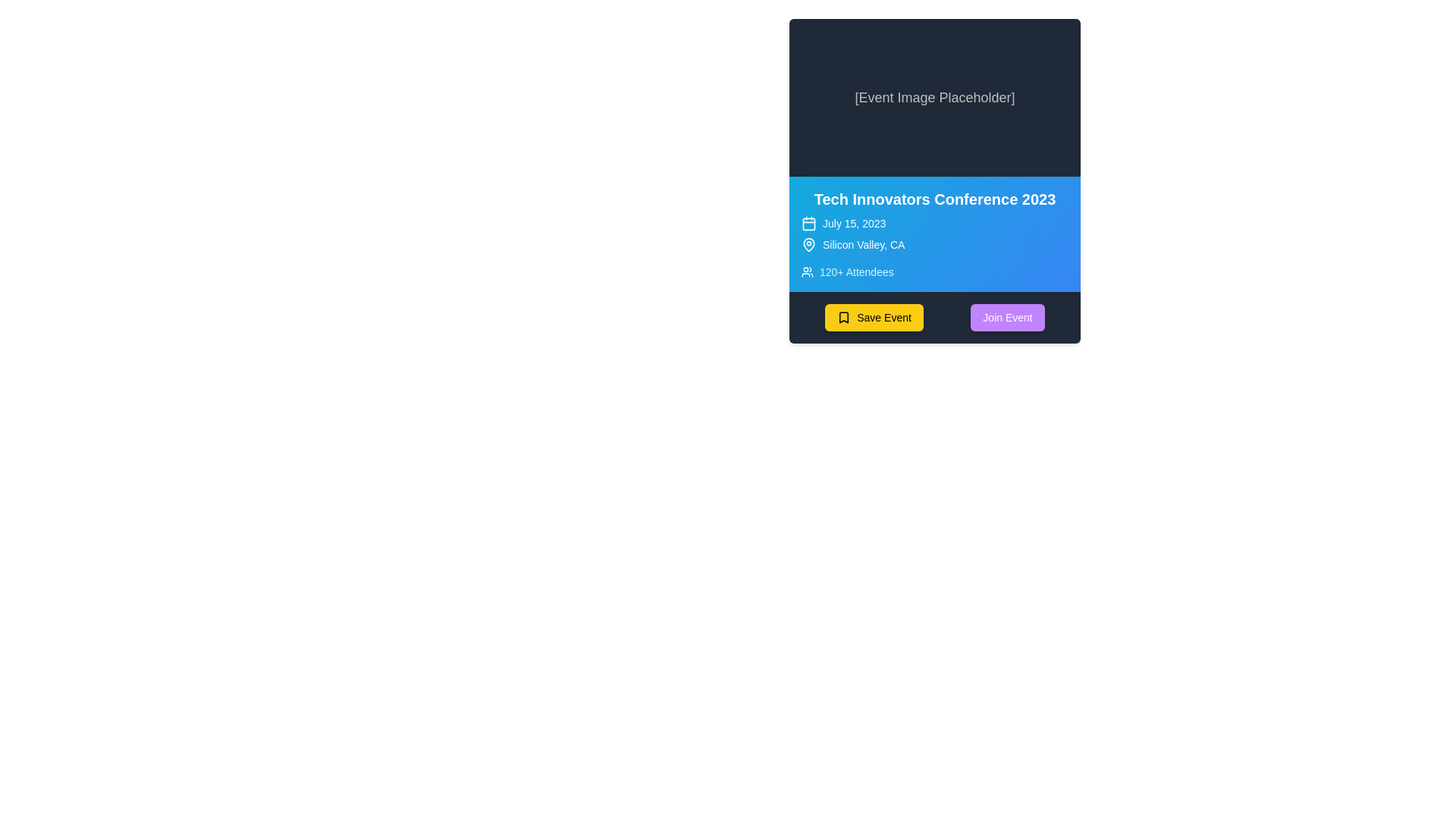  What do you see at coordinates (856, 271) in the screenshot?
I see `the static text element displaying '120+ Attendees', which is styled in cyan and located below the 'Silicon Valley, CA' address line in the blue section of the event card` at bounding box center [856, 271].